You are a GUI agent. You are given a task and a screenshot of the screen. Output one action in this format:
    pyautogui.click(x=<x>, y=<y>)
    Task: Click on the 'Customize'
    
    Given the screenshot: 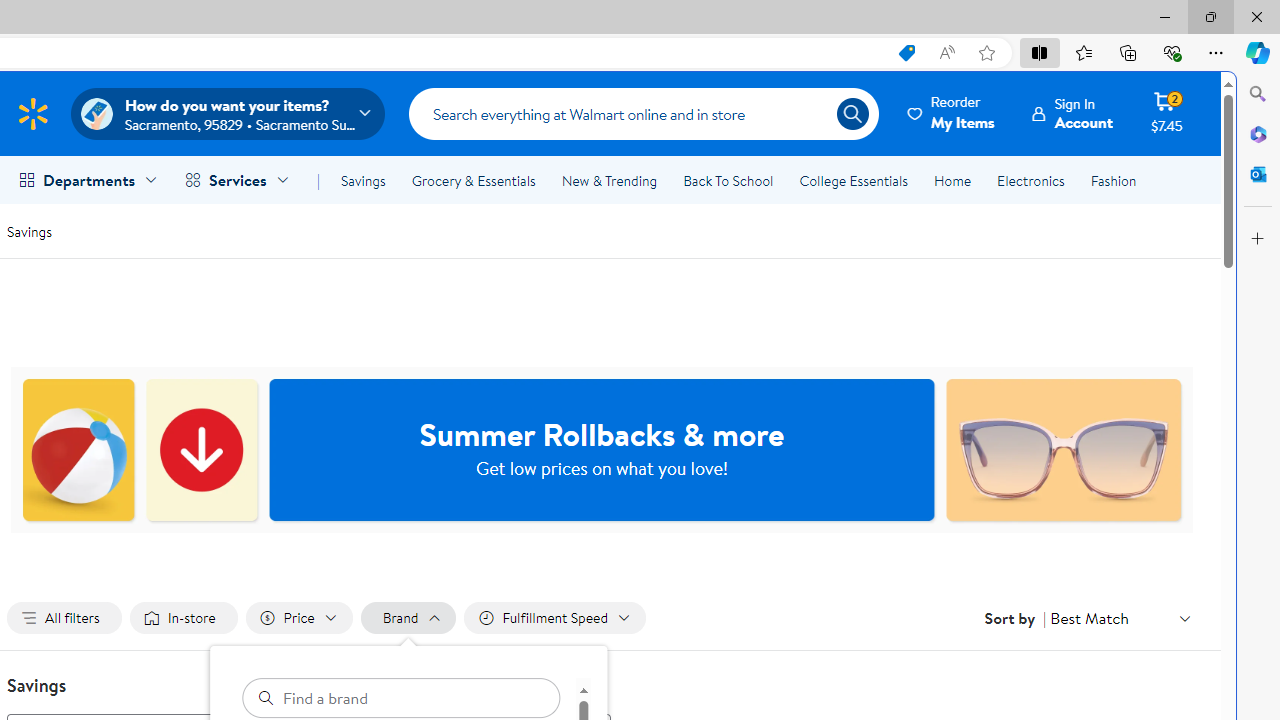 What is the action you would take?
    pyautogui.click(x=1257, y=238)
    